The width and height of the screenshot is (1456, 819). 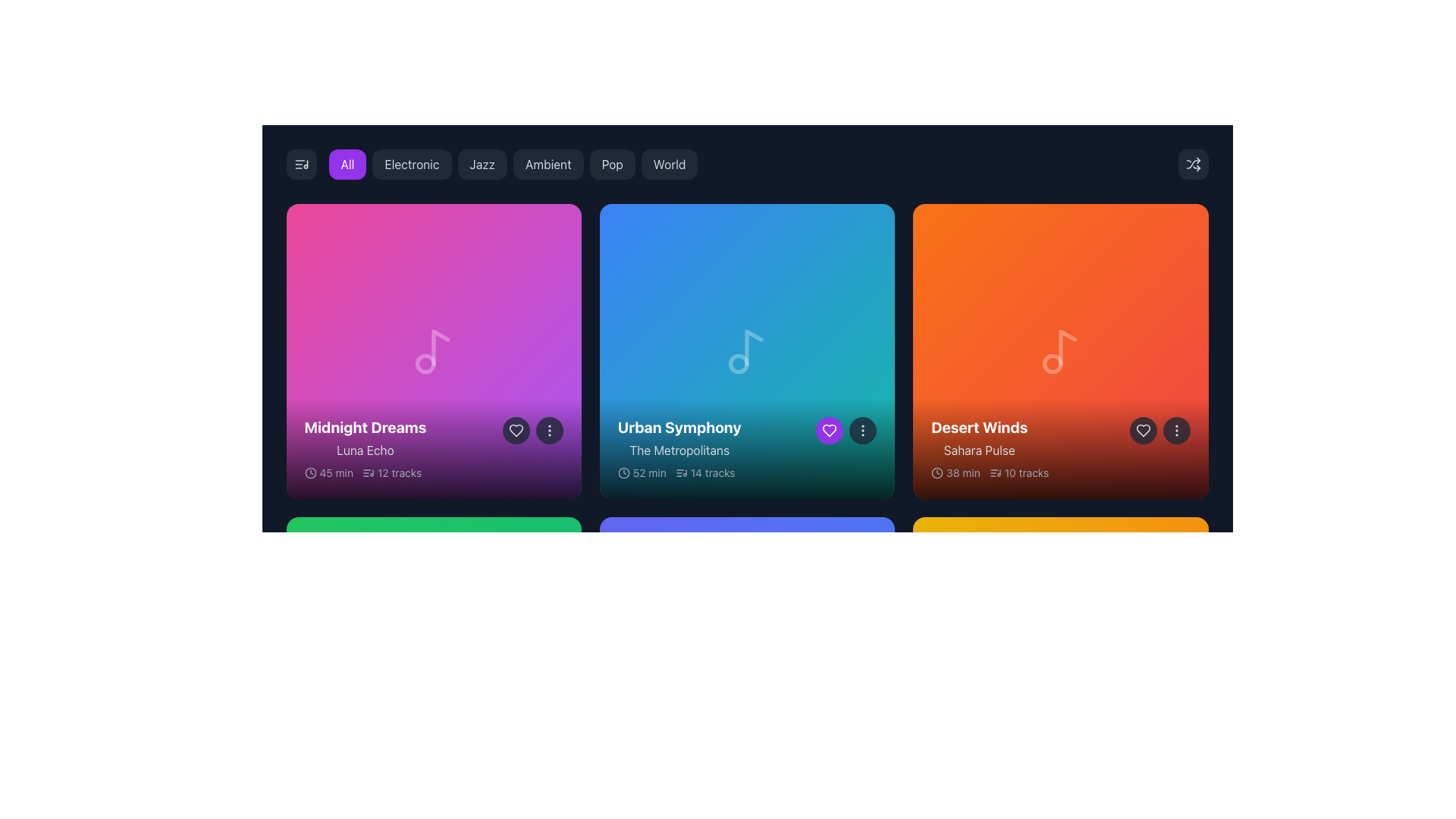 What do you see at coordinates (412, 164) in the screenshot?
I see `the 'Electronic' filter button, which is the second button in a horizontal list of category filters located at the top of the content area` at bounding box center [412, 164].